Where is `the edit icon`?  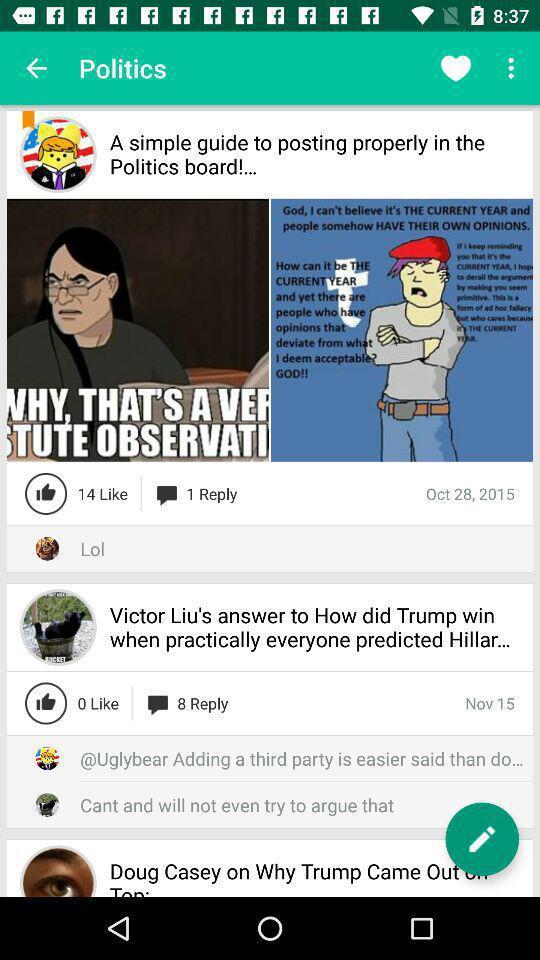
the edit icon is located at coordinates (481, 839).